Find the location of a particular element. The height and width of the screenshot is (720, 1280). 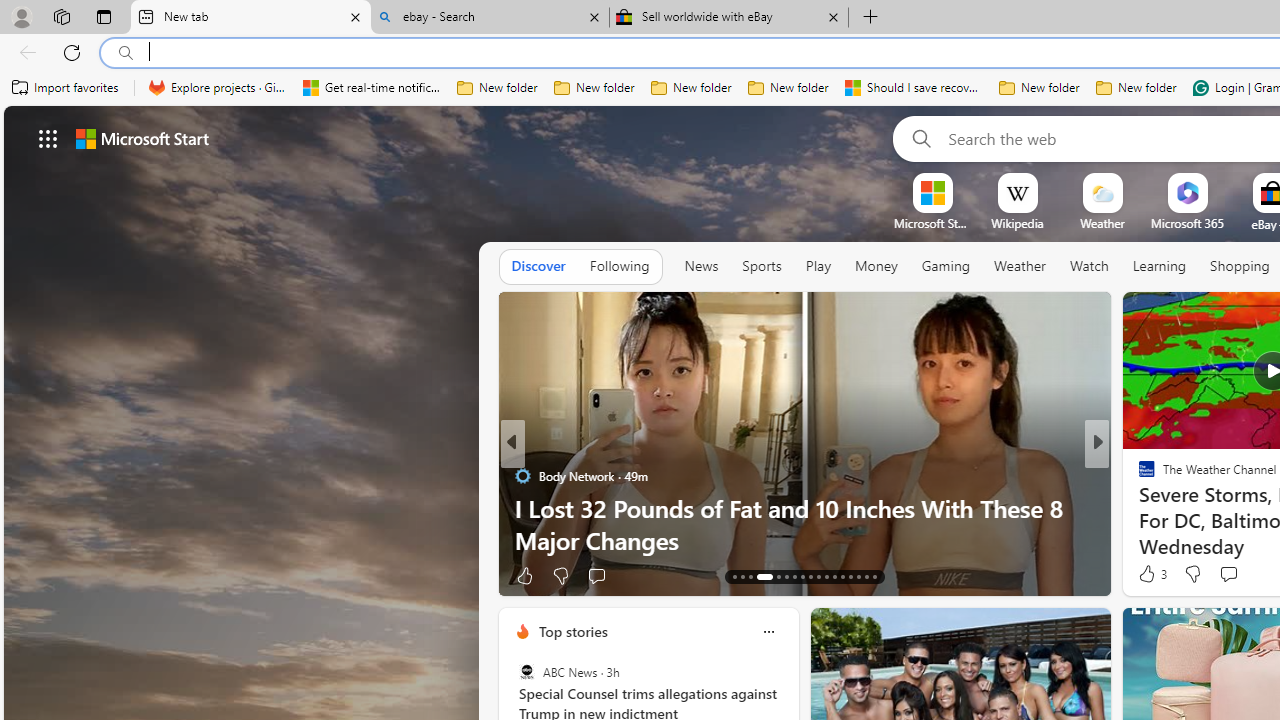

'To get missing image descriptions, open the context menu.' is located at coordinates (931, 192).